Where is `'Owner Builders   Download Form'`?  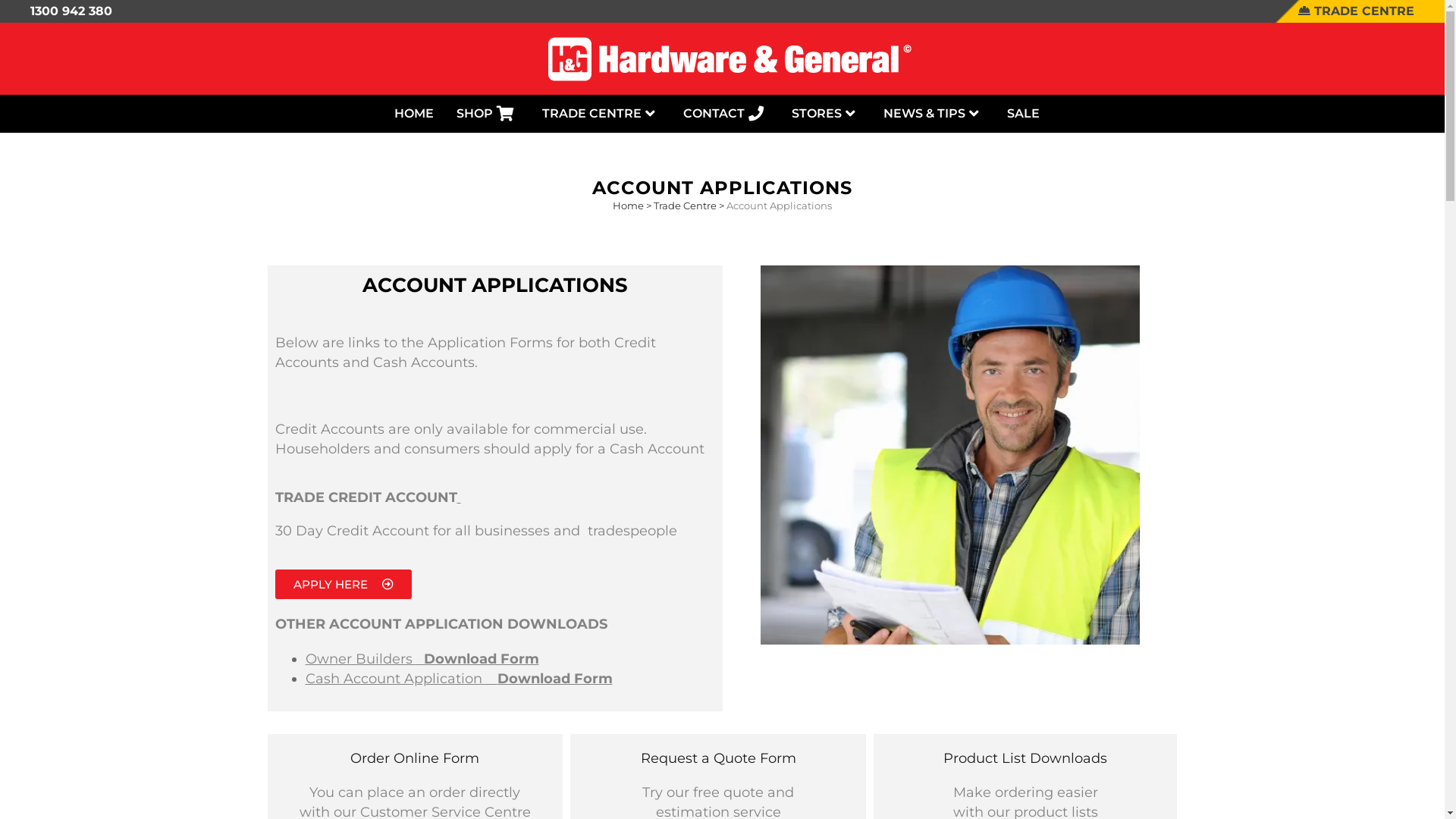
'Owner Builders   Download Form' is located at coordinates (422, 657).